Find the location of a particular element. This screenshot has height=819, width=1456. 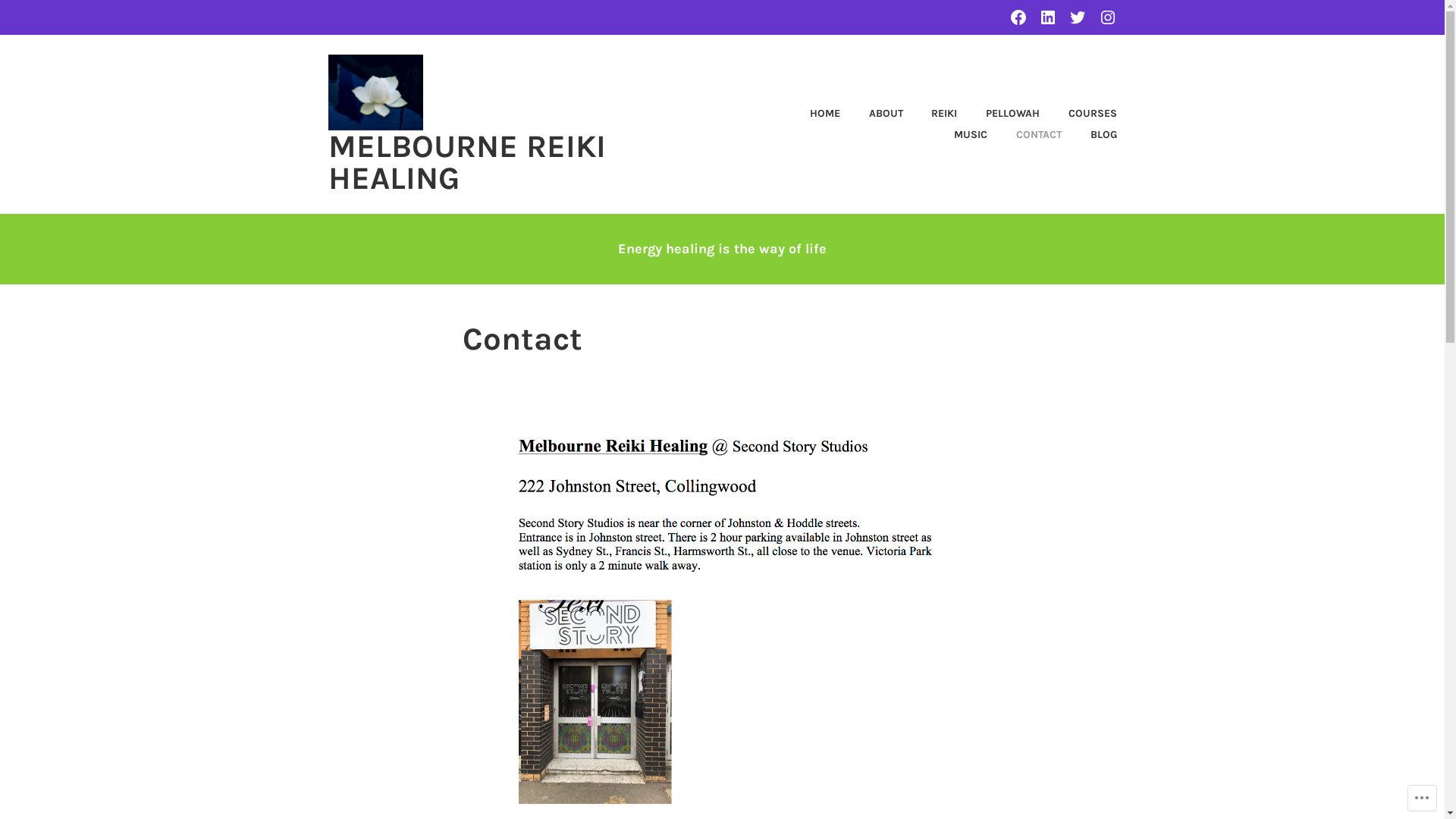

'MELBOURNE REIKI HEALING' is located at coordinates (327, 162).